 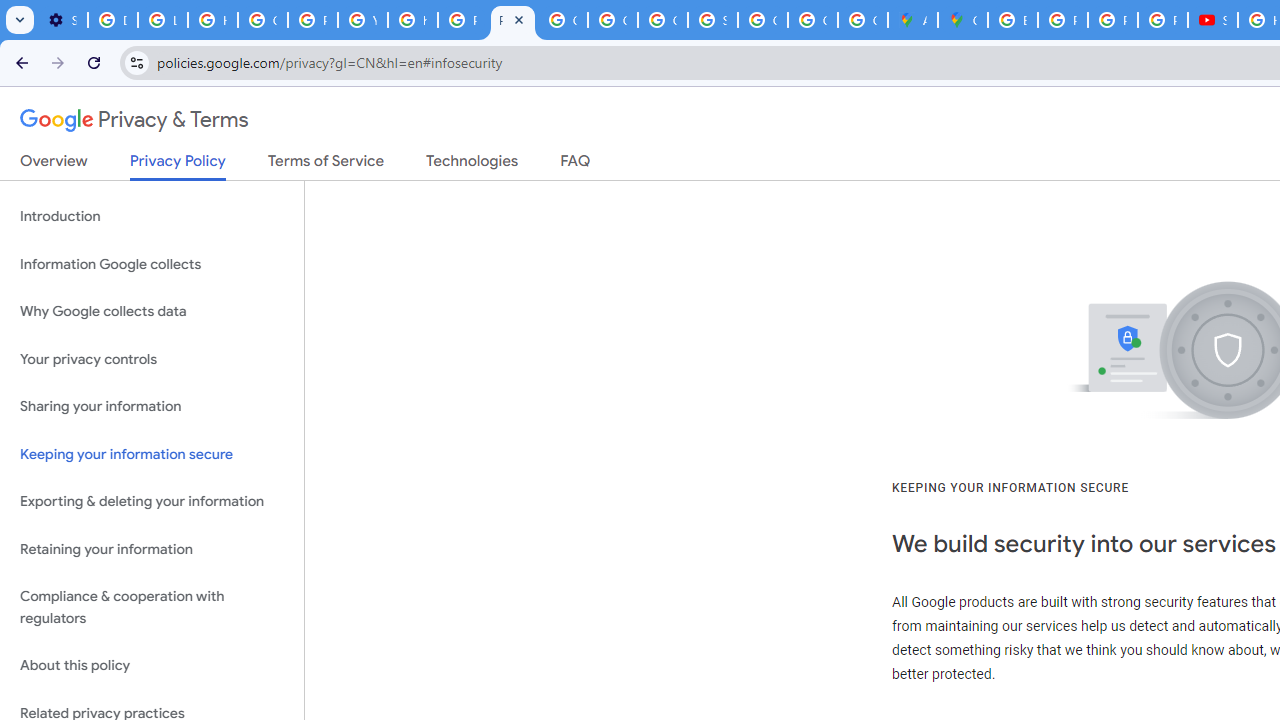 What do you see at coordinates (262, 20) in the screenshot?
I see `'Google Account Help'` at bounding box center [262, 20].